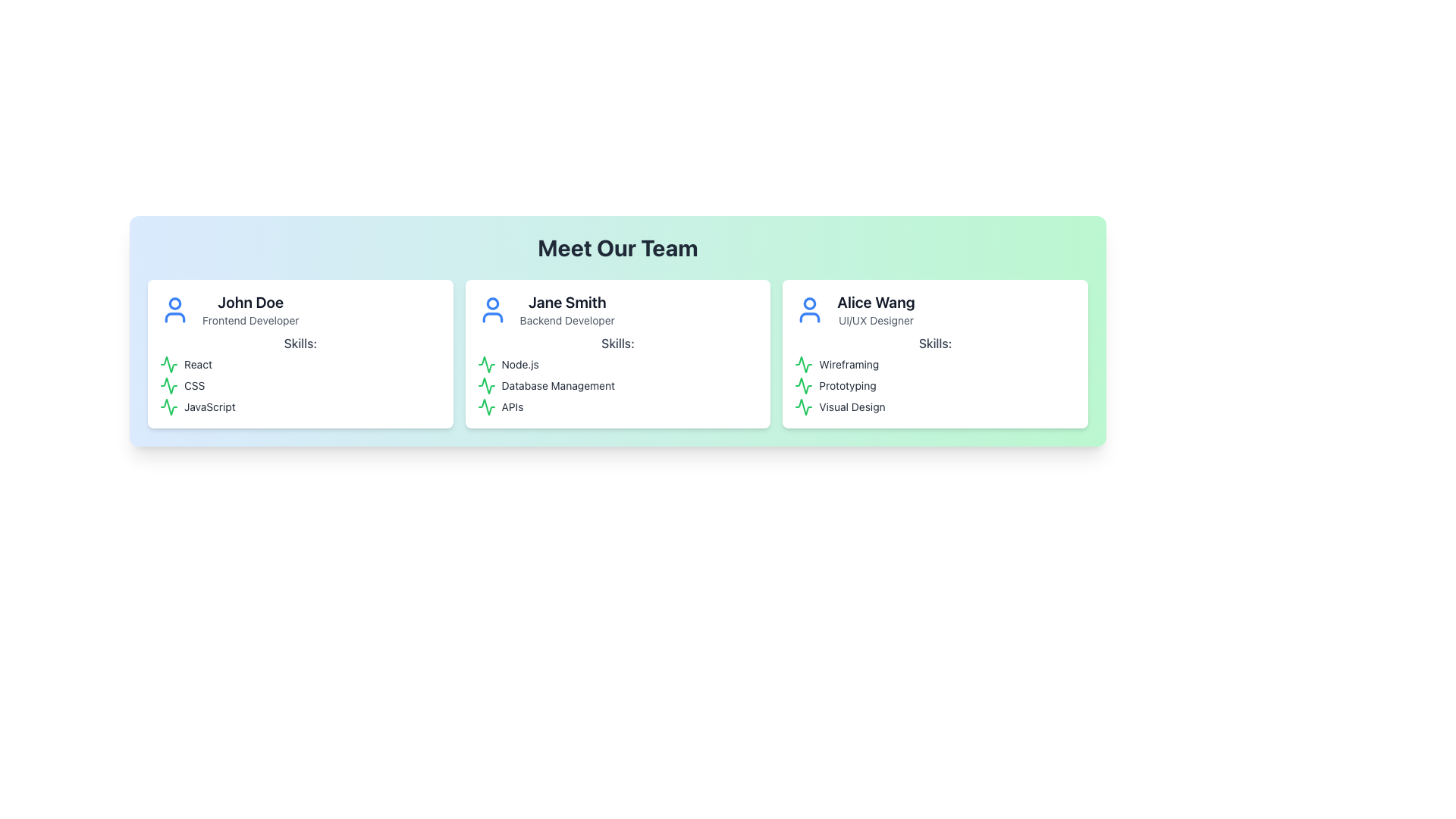  What do you see at coordinates (618, 353) in the screenshot?
I see `the second team member's Informational Card for rearrangement within the 'Meet Our Team' section of the UI` at bounding box center [618, 353].